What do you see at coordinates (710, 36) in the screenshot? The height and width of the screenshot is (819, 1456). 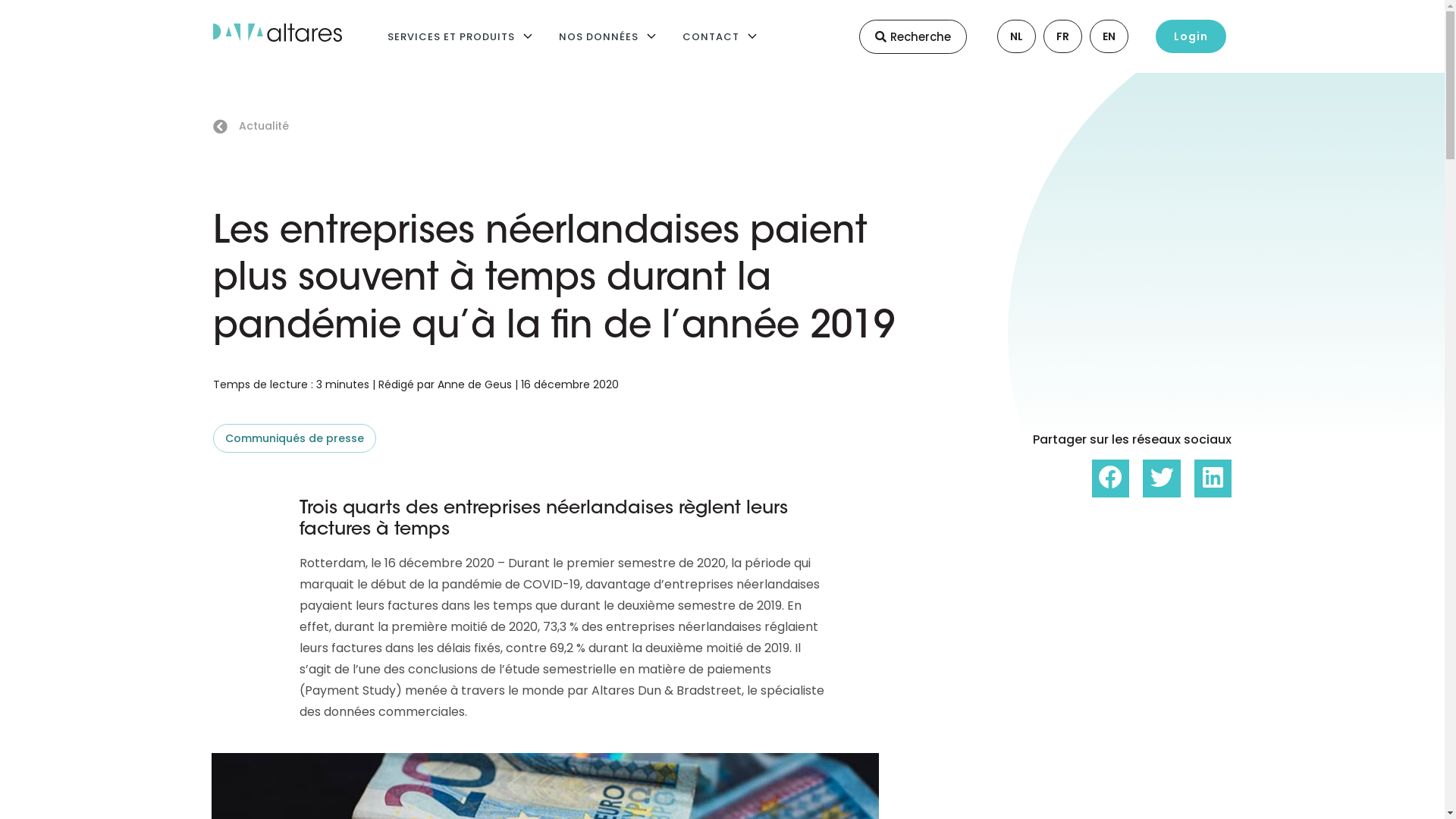 I see `'CONTACT'` at bounding box center [710, 36].